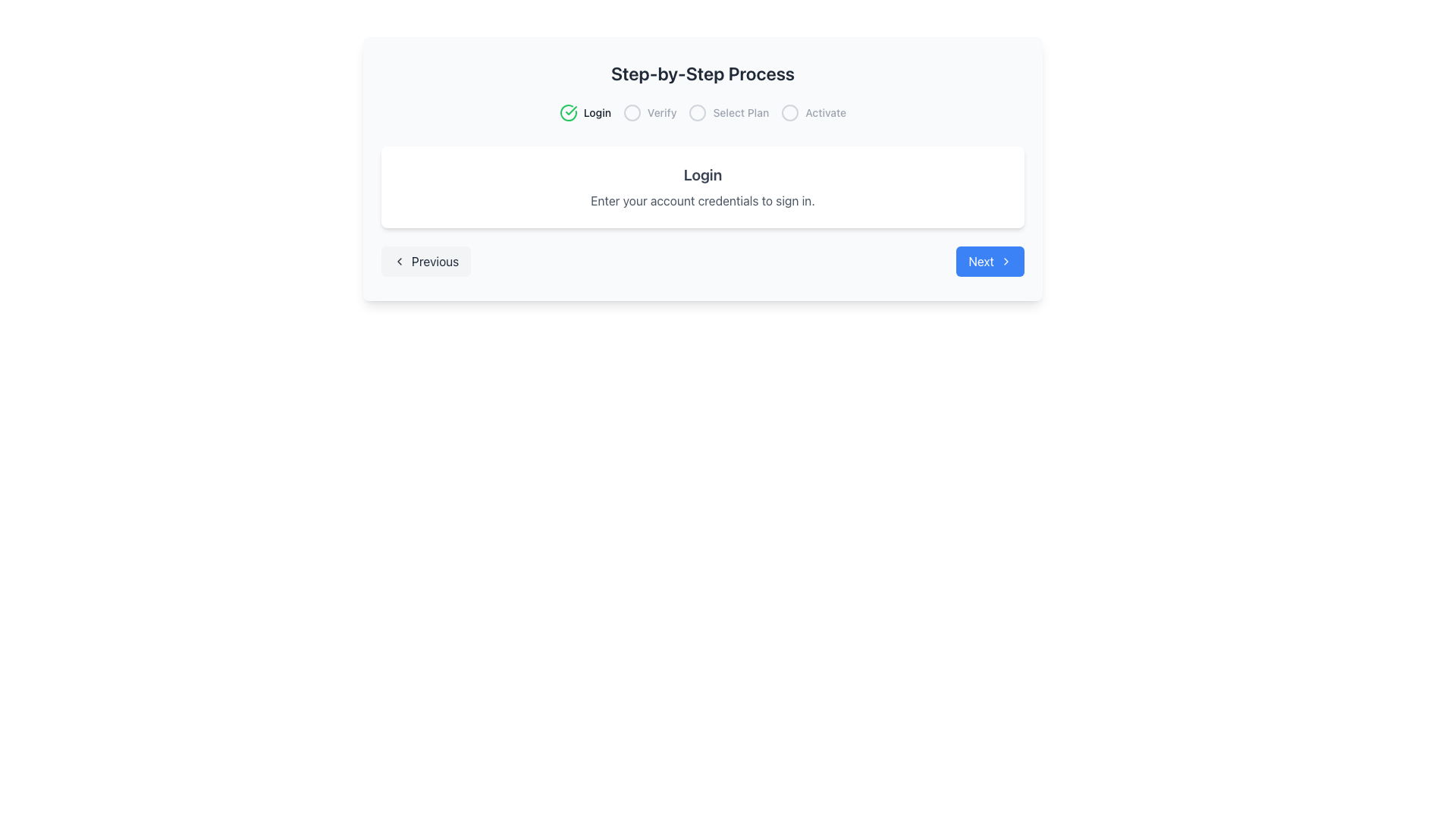 This screenshot has width=1456, height=819. Describe the element at coordinates (596, 112) in the screenshot. I see `the 'Login' text label, which is styled in a medium-sized sans-serif font and is black in color, located to the right of a check mark icon in a horizontal layout near the top of the interface` at that location.